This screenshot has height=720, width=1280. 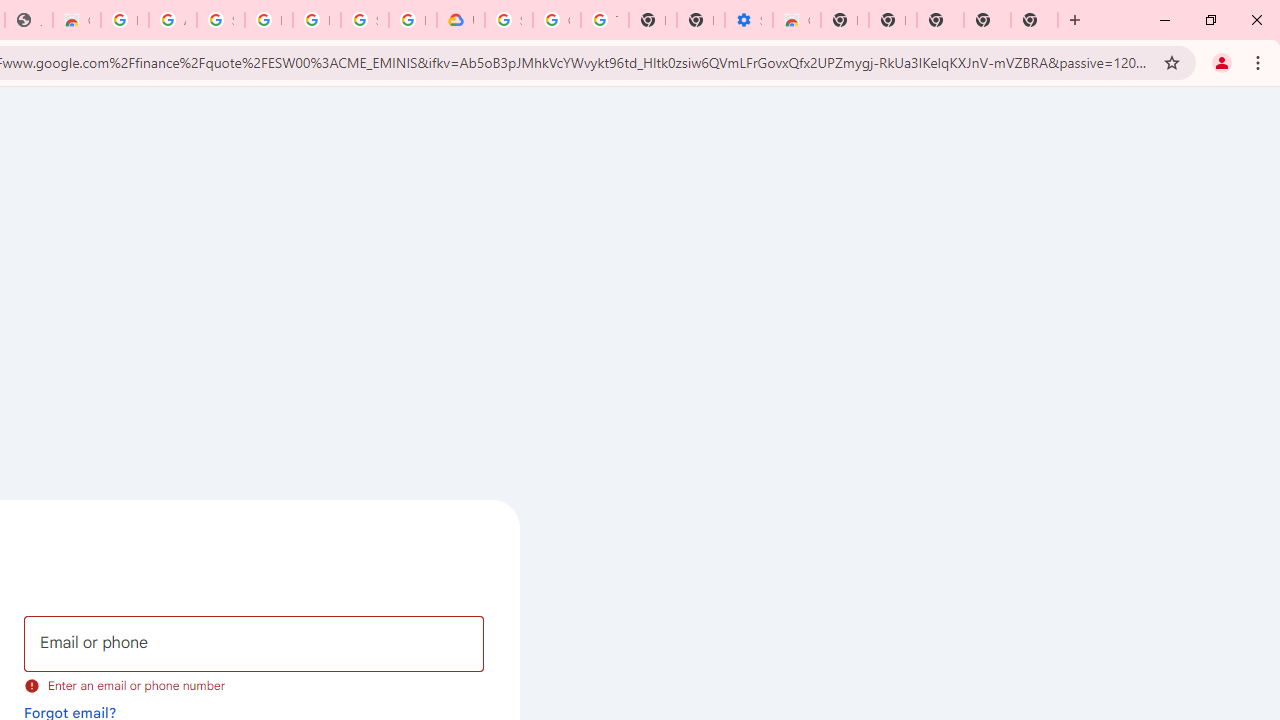 What do you see at coordinates (603, 20) in the screenshot?
I see `'Turn cookies on or off - Computer - Google Account Help'` at bounding box center [603, 20].